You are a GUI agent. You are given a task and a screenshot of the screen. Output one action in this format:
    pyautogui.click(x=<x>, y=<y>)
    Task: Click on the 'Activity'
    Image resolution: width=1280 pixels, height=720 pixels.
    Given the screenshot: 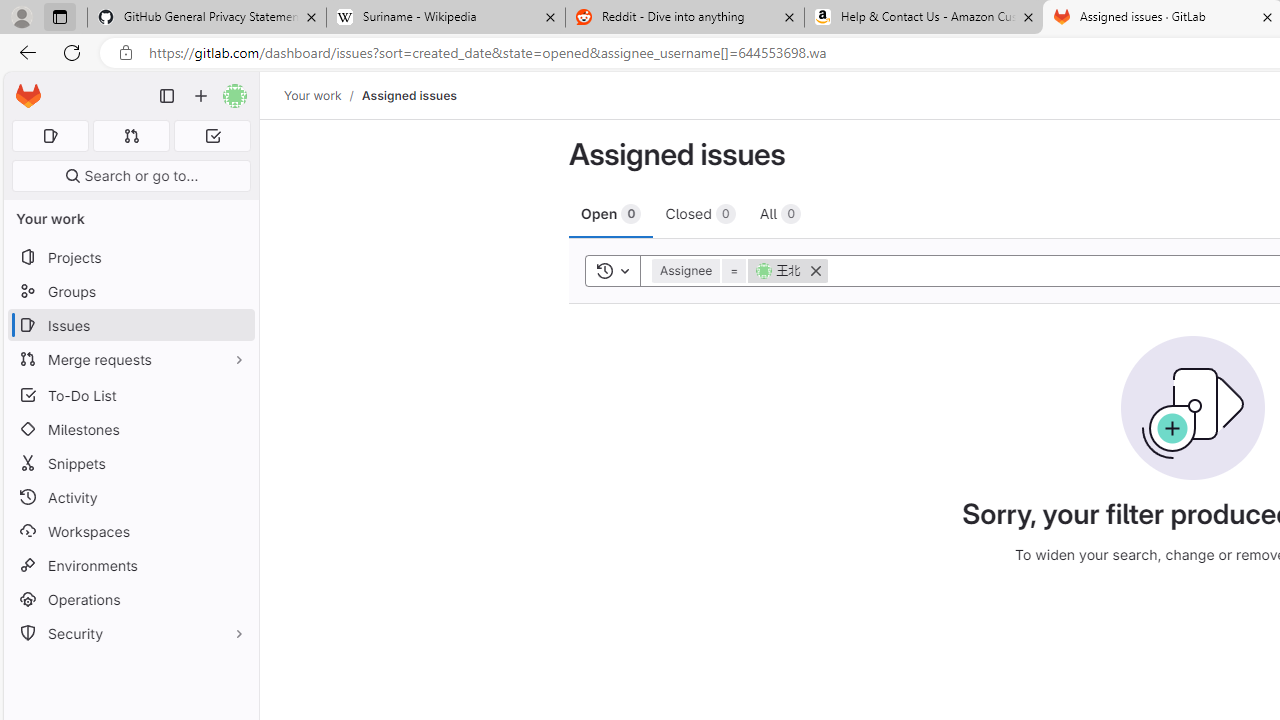 What is the action you would take?
    pyautogui.click(x=130, y=496)
    